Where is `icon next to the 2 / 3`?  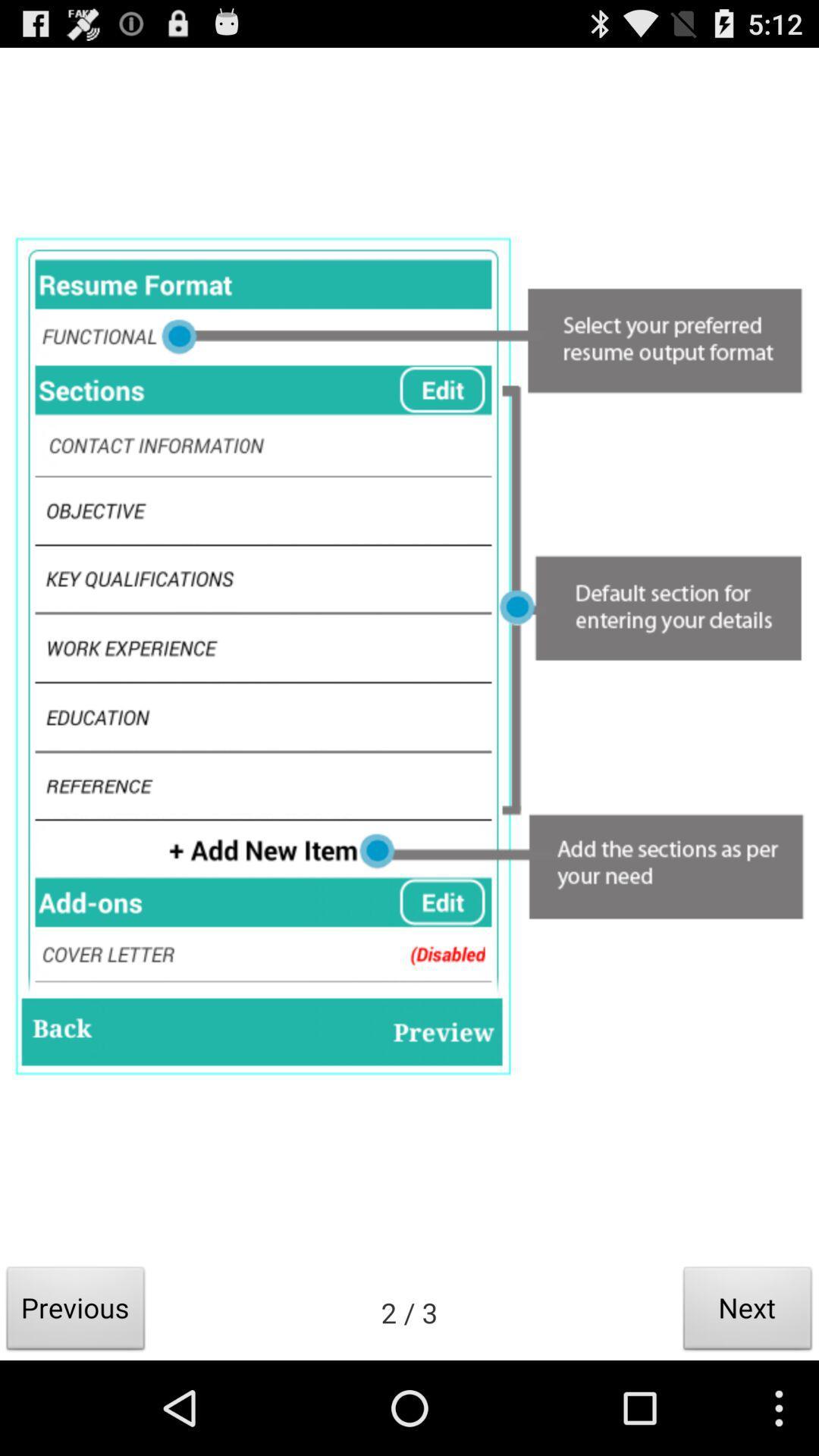
icon next to the 2 / 3 is located at coordinates (747, 1312).